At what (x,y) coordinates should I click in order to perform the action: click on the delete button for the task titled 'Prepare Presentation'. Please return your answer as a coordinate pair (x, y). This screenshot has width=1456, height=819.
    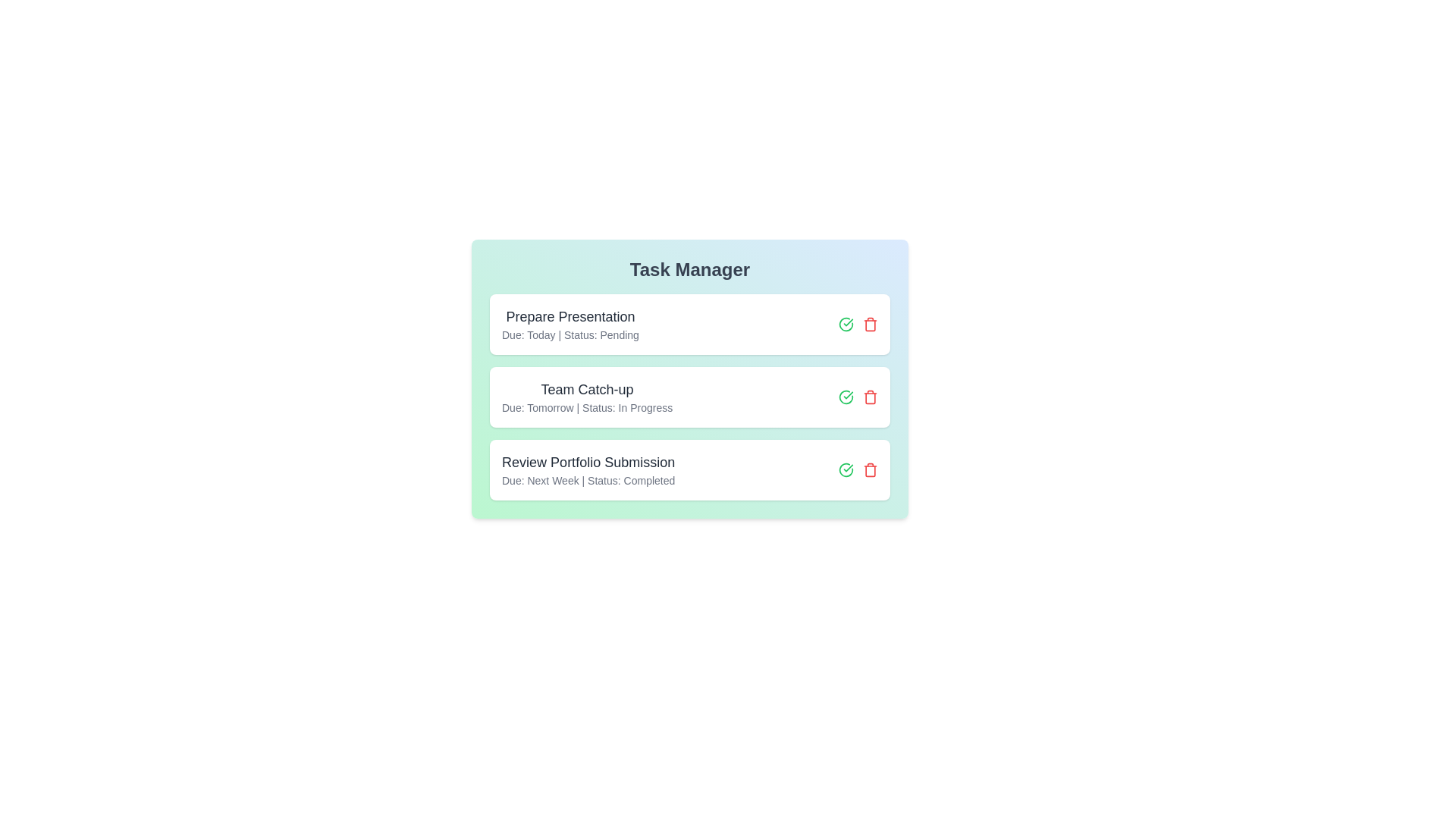
    Looking at the image, I should click on (870, 324).